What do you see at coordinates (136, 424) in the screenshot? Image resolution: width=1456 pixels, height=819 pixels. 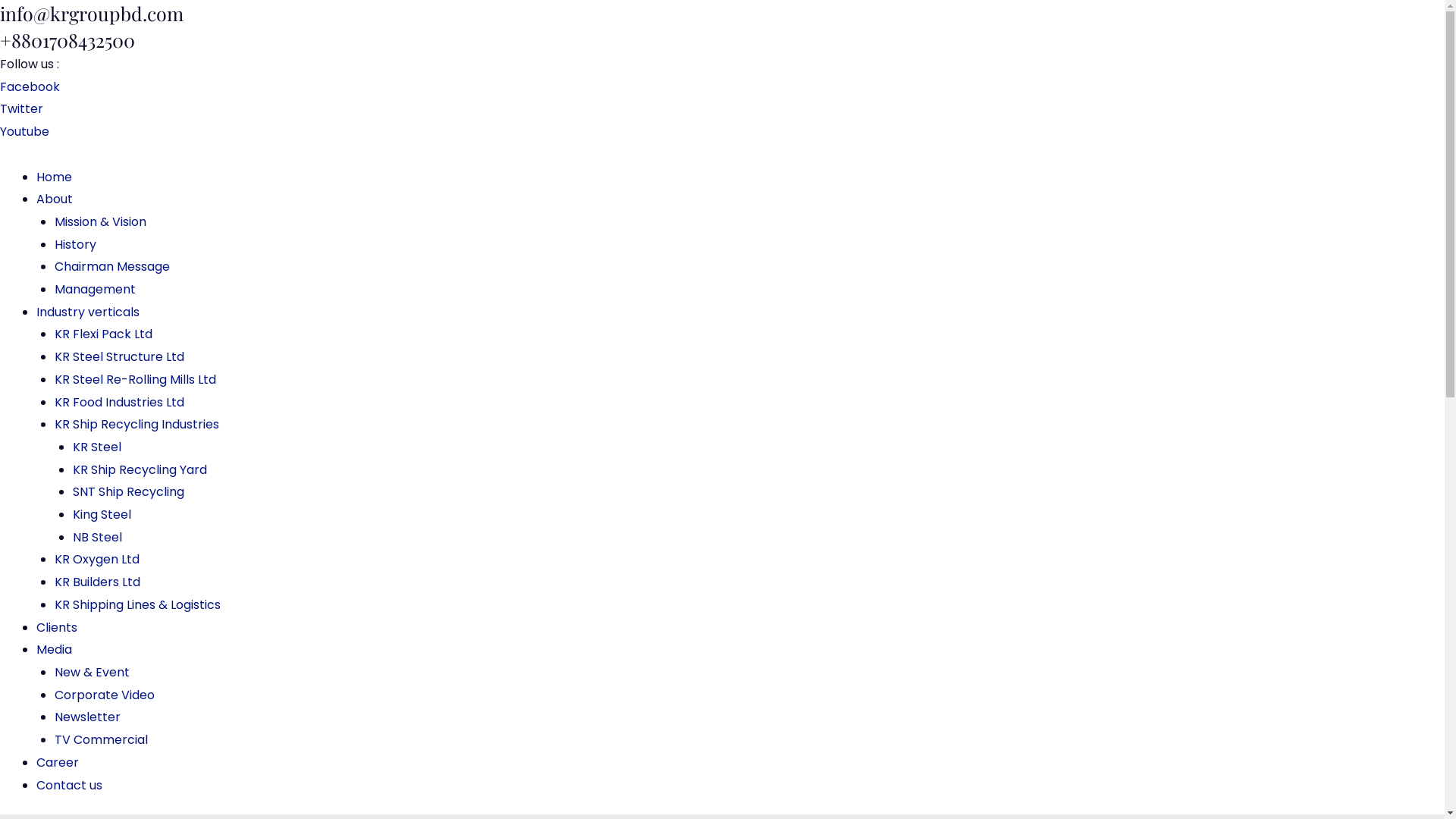 I see `'KR Ship Recycling Industries'` at bounding box center [136, 424].